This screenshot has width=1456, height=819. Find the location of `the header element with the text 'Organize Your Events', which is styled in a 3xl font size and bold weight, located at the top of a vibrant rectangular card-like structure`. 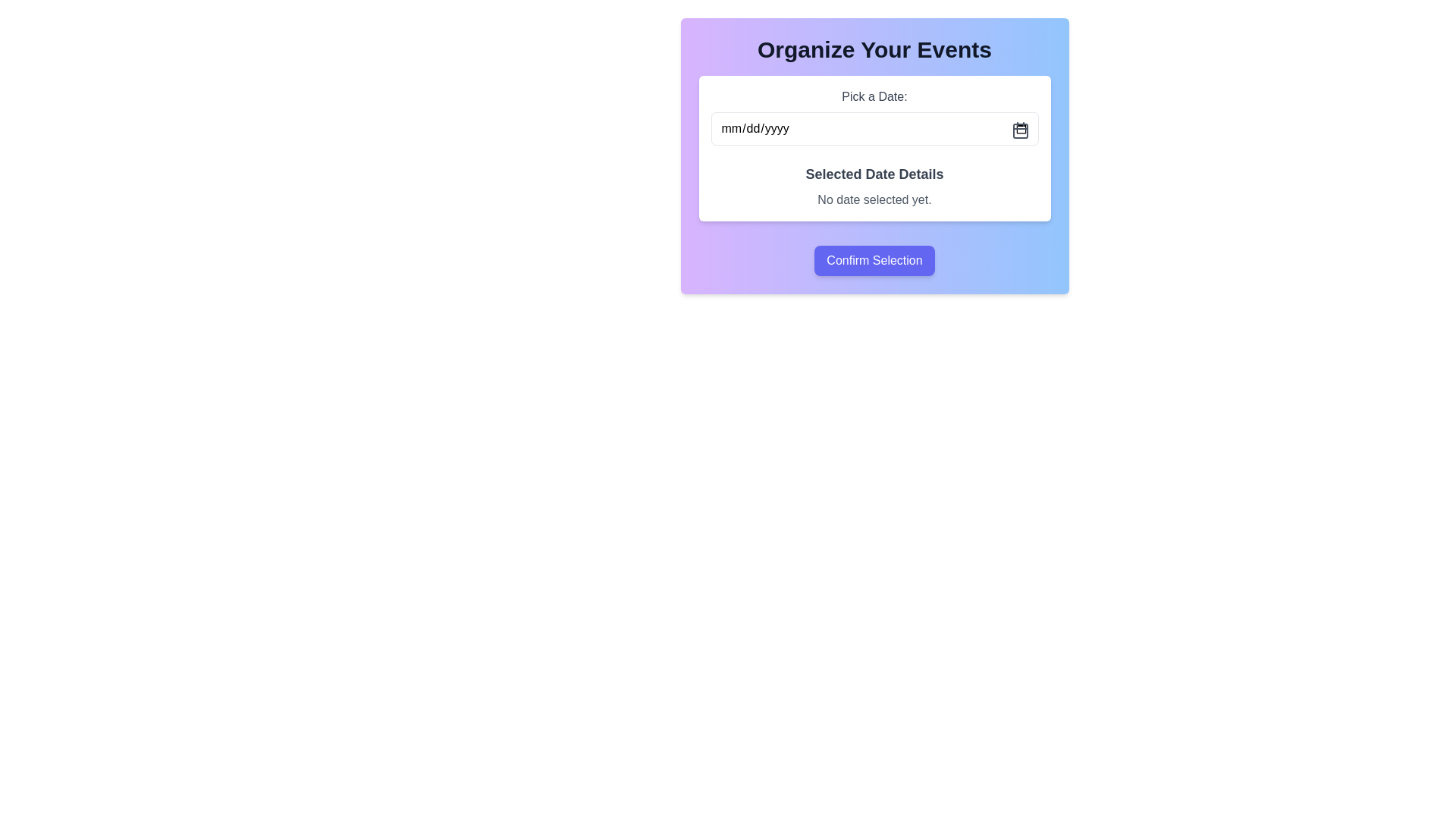

the header element with the text 'Organize Your Events', which is styled in a 3xl font size and bold weight, located at the top of a vibrant rectangular card-like structure is located at coordinates (874, 49).